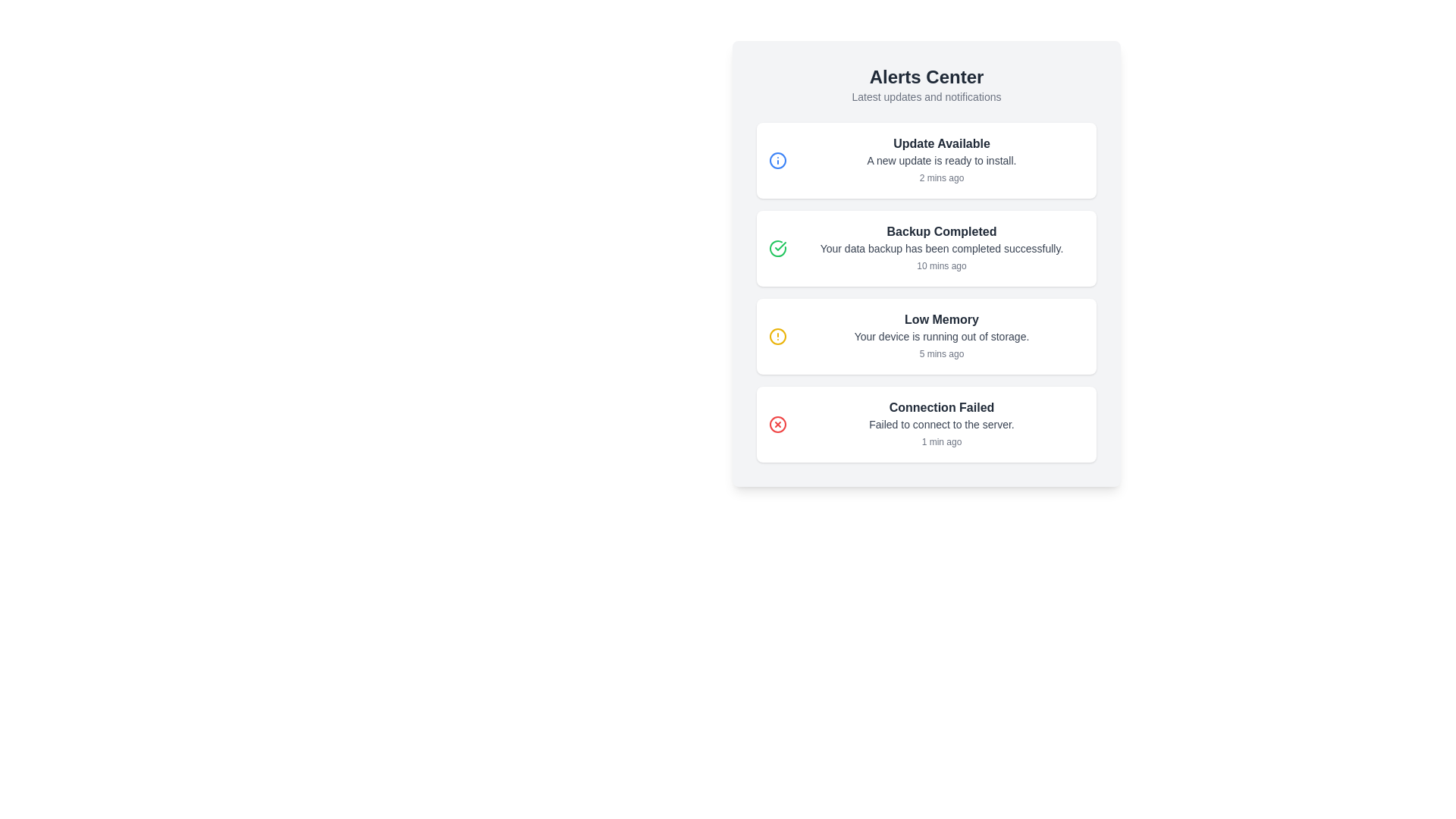  What do you see at coordinates (778, 335) in the screenshot?
I see `circular SVG component styled with a yellow border, located within the 'Low Memory' alert section of the interface` at bounding box center [778, 335].